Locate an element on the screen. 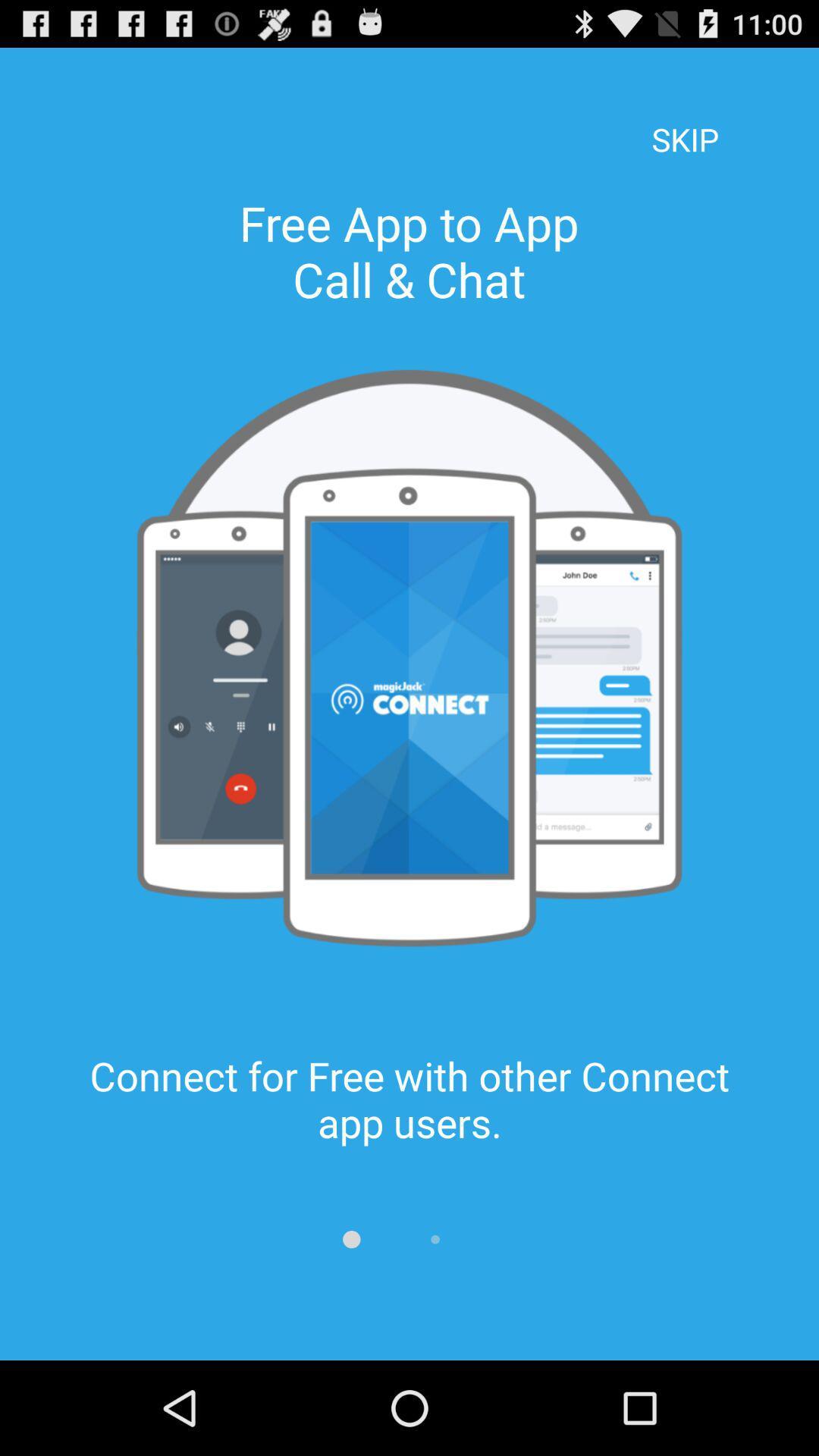 The height and width of the screenshot is (1456, 819). the current page being viewed is located at coordinates (351, 1239).